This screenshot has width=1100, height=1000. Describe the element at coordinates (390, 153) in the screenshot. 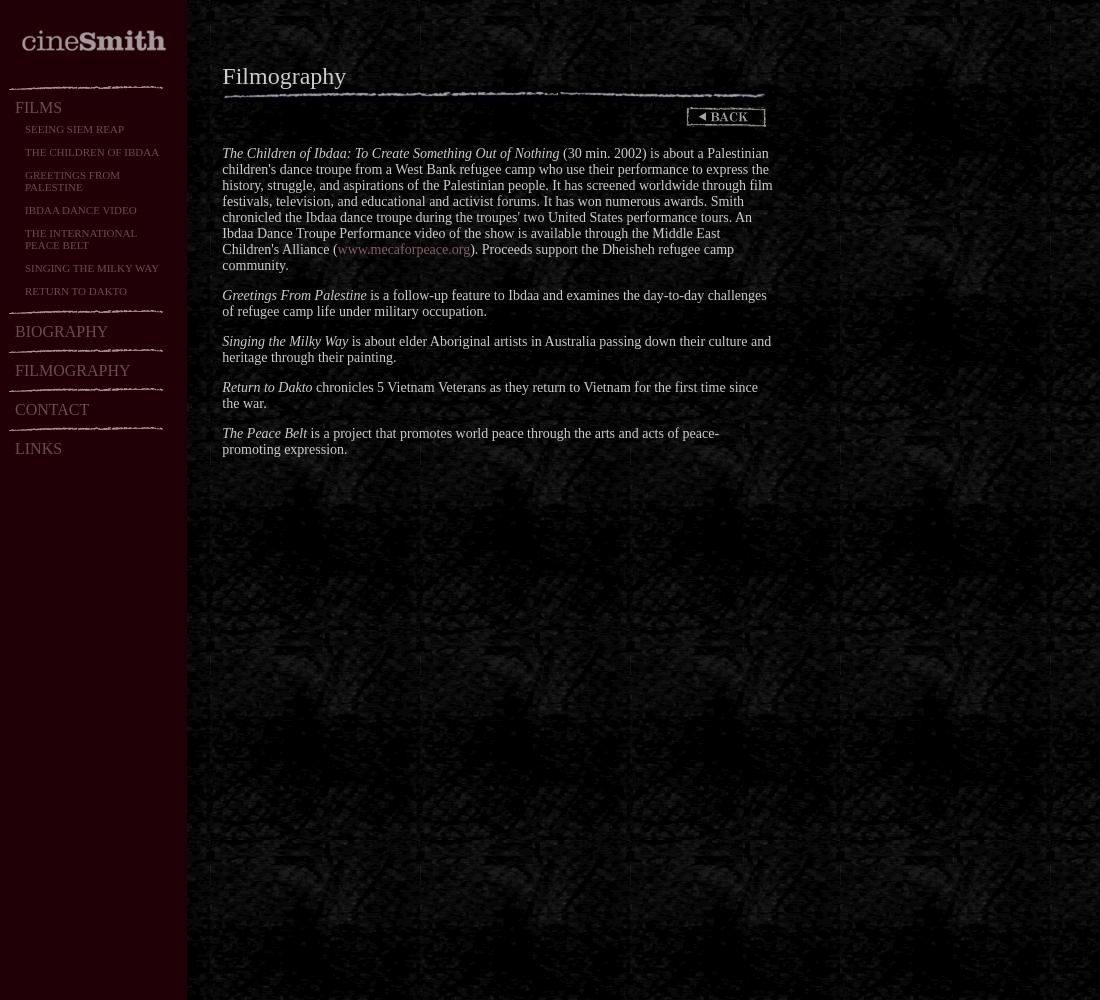

I see `'The Children of Ibdaa: To Create Something Out of Nothing'` at that location.